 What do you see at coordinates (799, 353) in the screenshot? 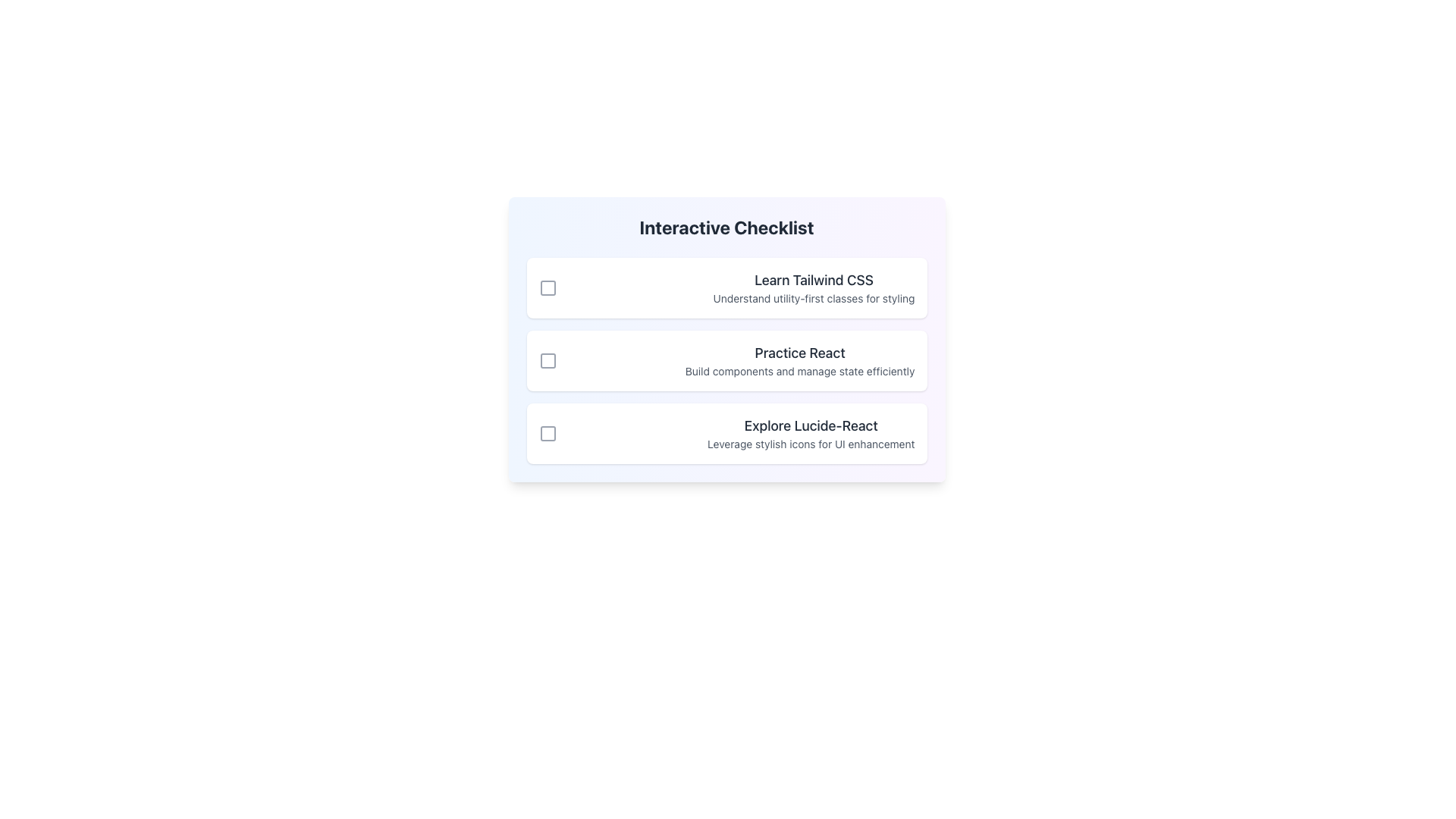
I see `the Text label located in the second item of the checklist, which is positioned below 'Learn Tailwind CSS' and above 'Explore Lucide-React', to provide context to the user` at bounding box center [799, 353].